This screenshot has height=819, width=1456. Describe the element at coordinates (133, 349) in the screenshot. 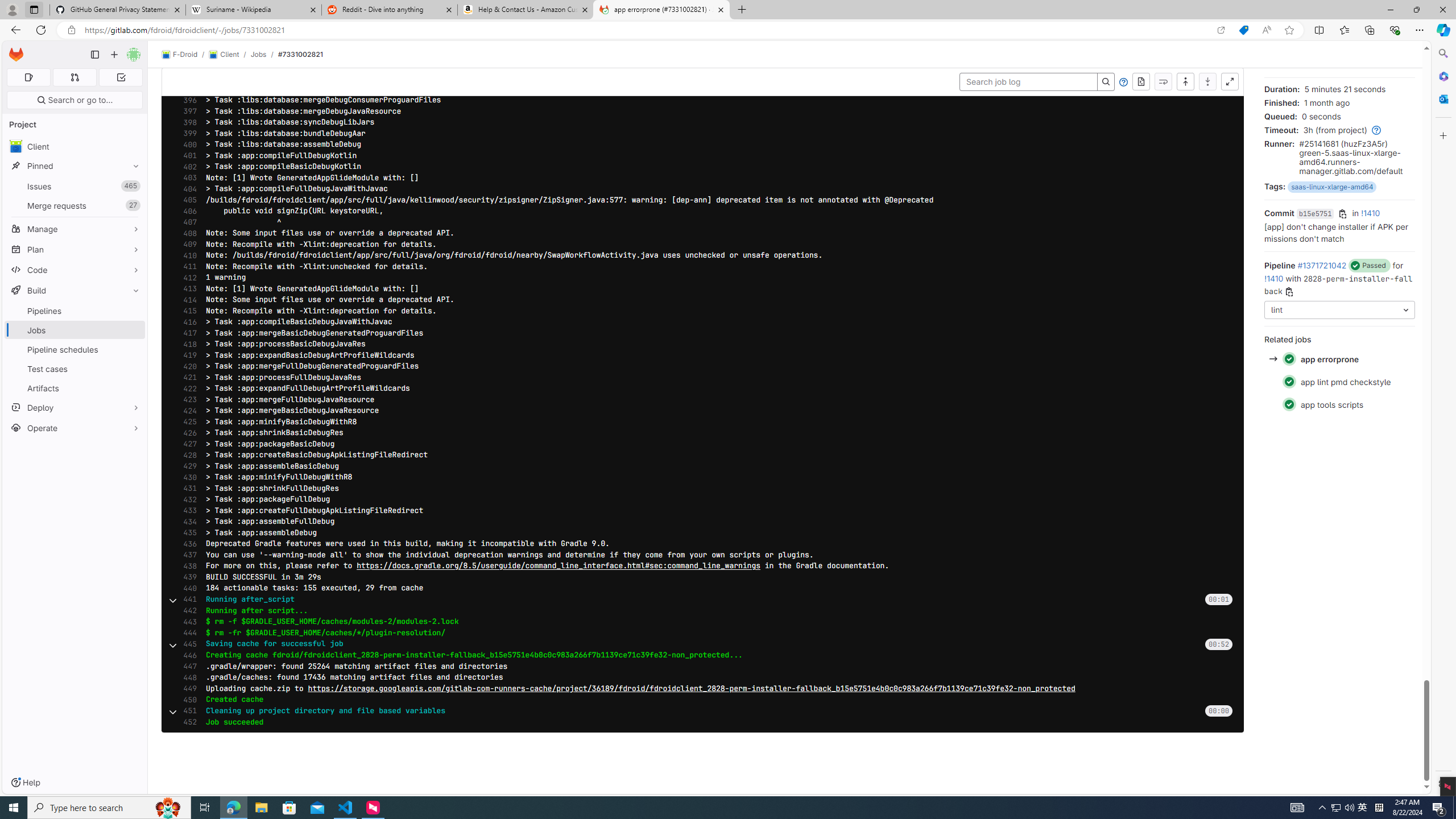

I see `'Pin Pipeline schedules'` at that location.